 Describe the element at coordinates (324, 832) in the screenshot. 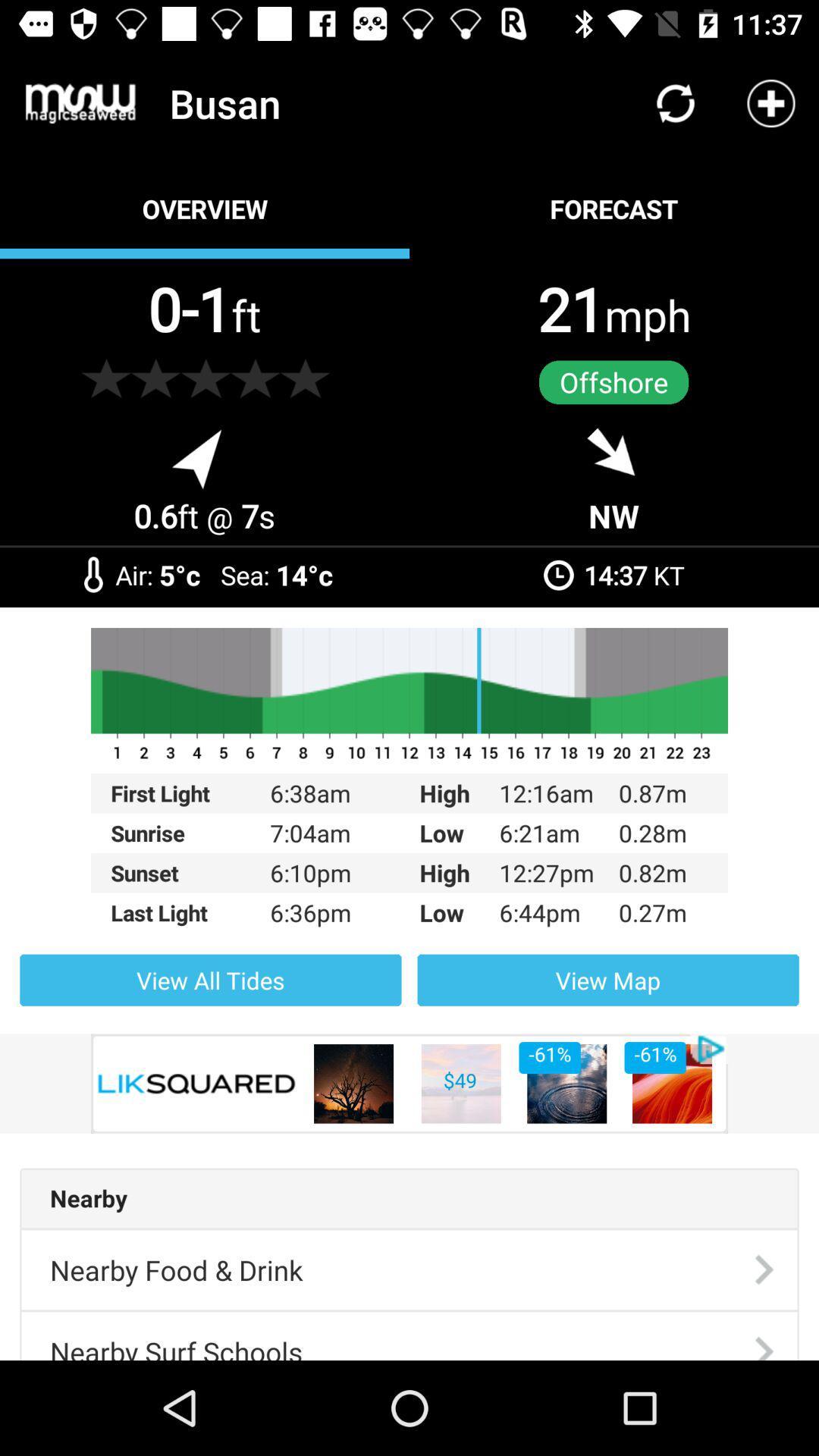

I see `the icon next to first light item` at that location.